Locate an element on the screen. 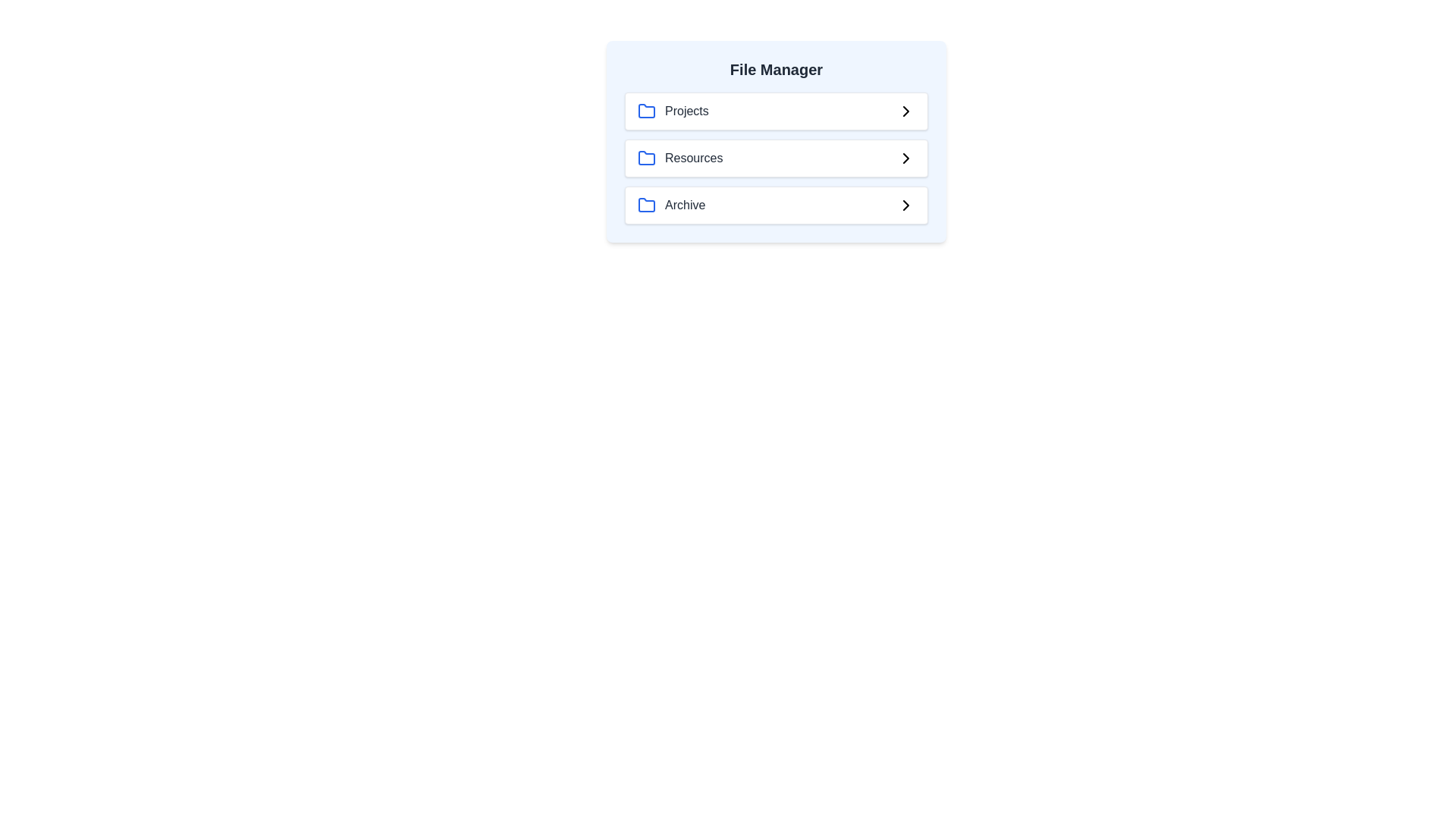  the 'Projects' navigation item, which is the topmost item in the list of navigation options in the File Manager is located at coordinates (776, 110).